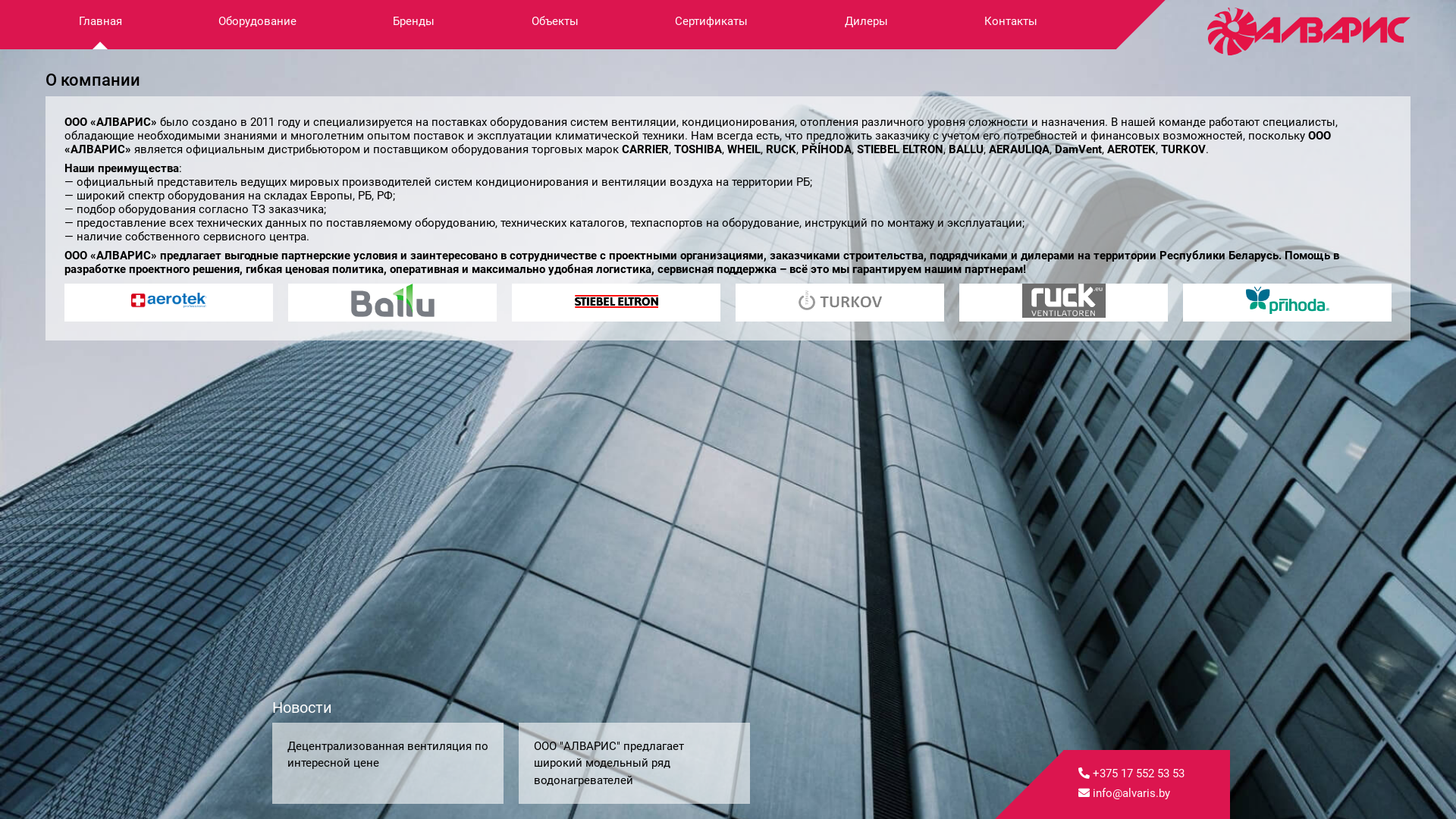 The width and height of the screenshot is (1456, 819). I want to click on 'info@alvaris.by', so click(1147, 792).